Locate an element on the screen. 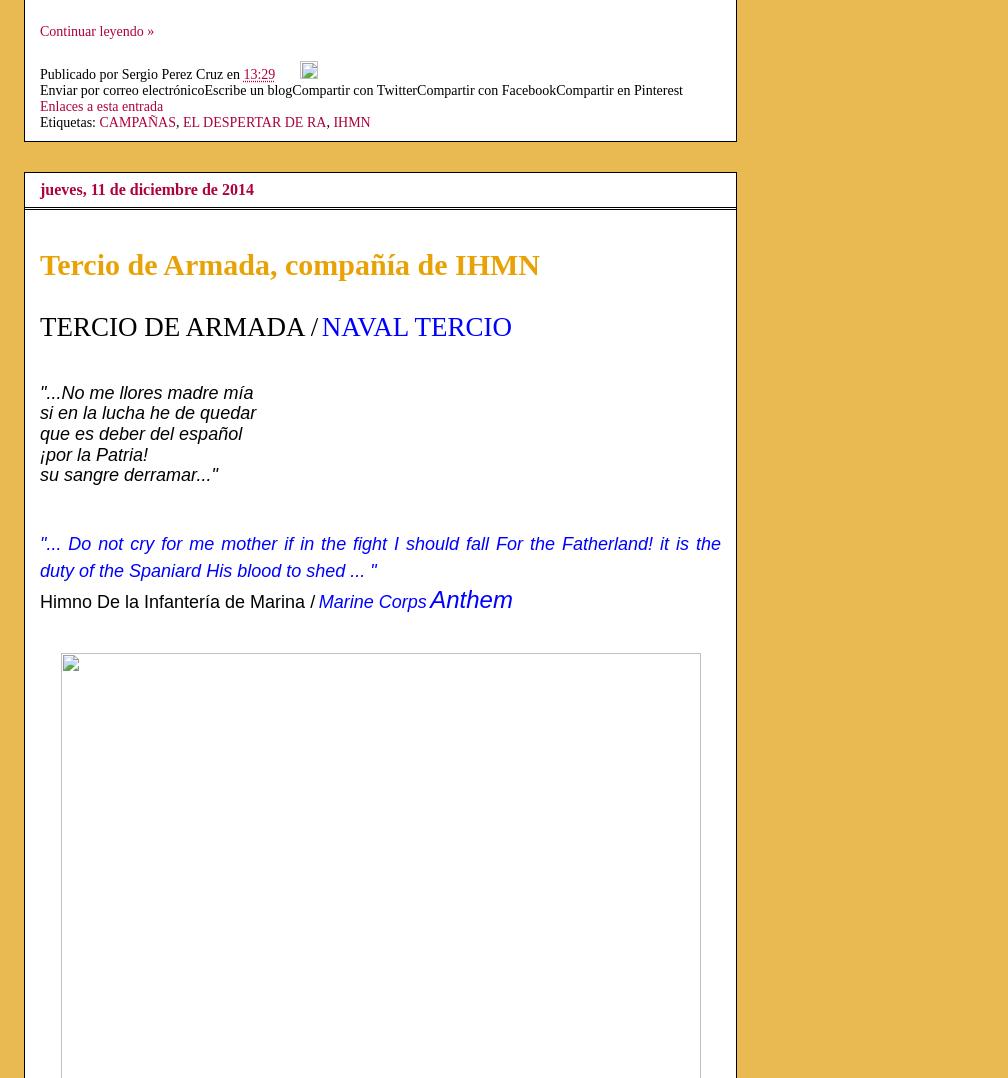  'su sangre derramar..."' is located at coordinates (128, 473).